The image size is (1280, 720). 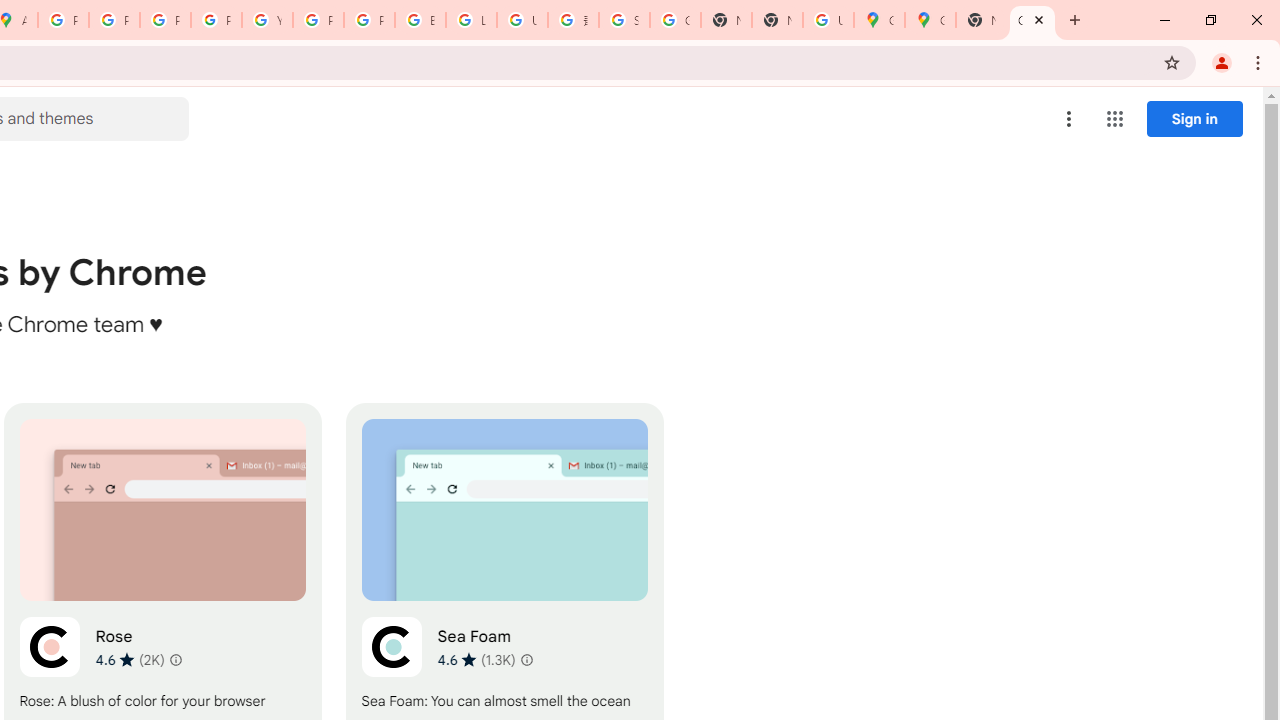 I want to click on 'Policy Accountability and Transparency - Transparency Center', so click(x=64, y=20).